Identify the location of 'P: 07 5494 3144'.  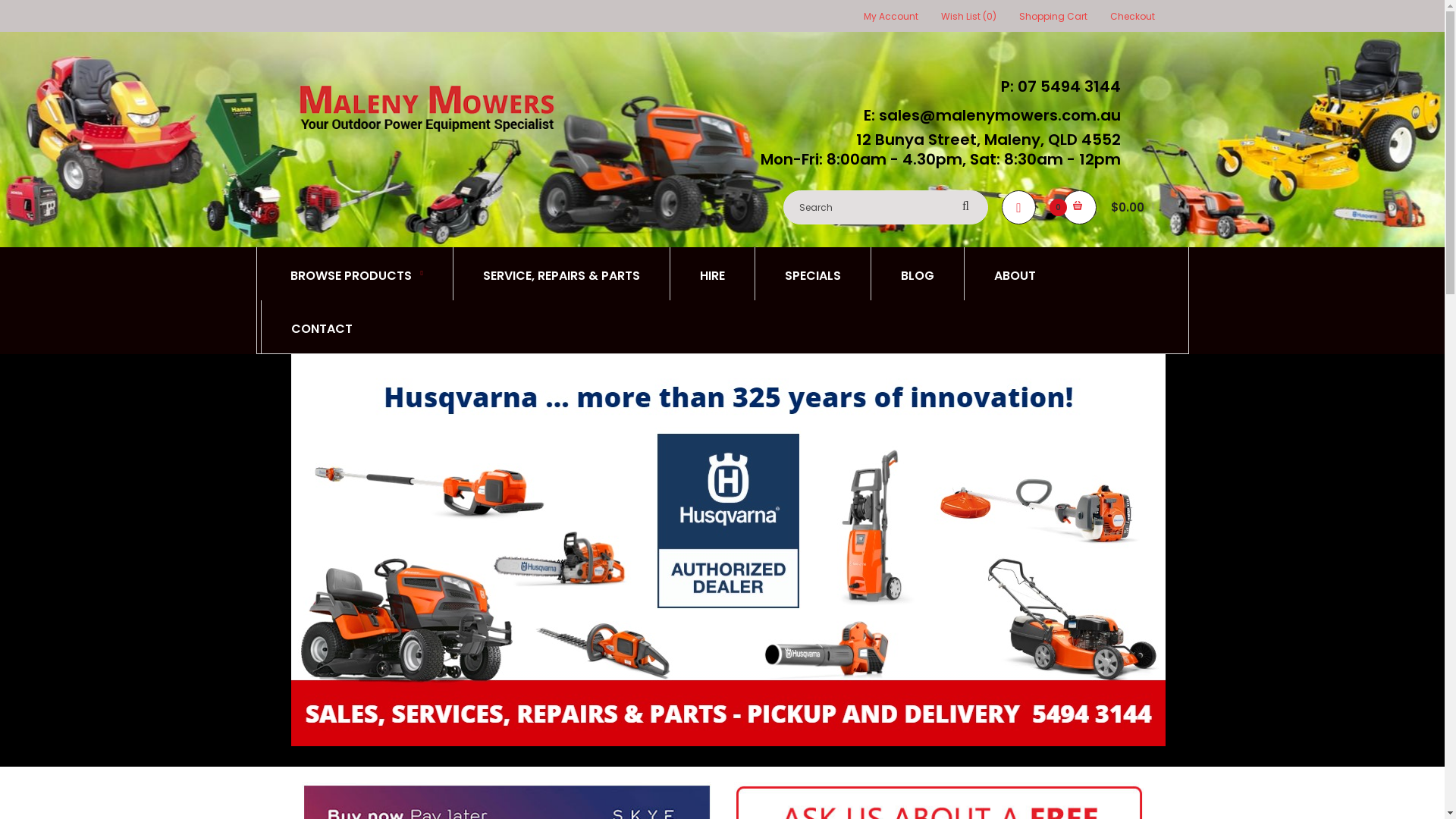
(1056, 86).